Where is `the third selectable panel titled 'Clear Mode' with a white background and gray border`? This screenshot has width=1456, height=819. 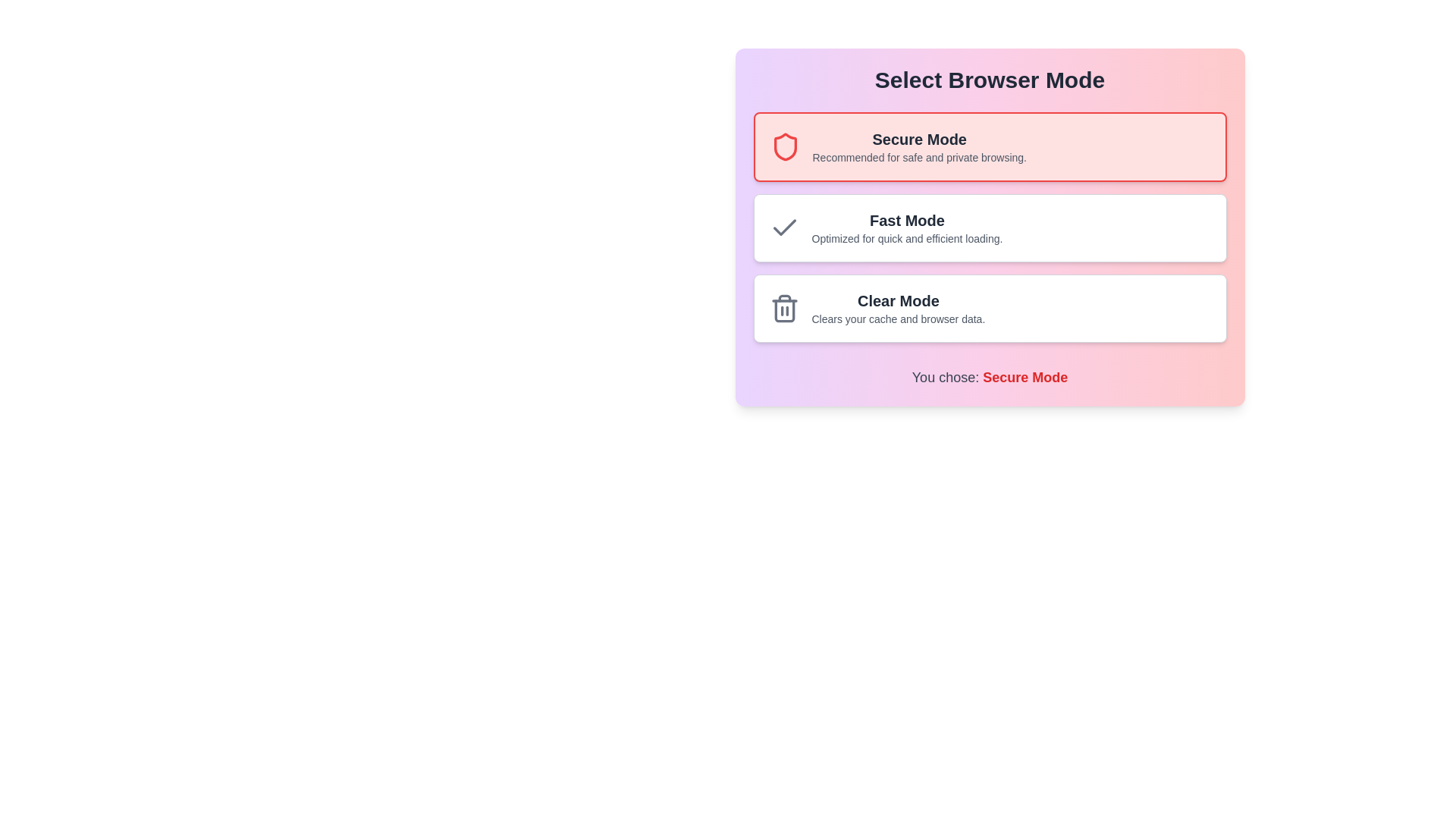 the third selectable panel titled 'Clear Mode' with a white background and gray border is located at coordinates (990, 308).